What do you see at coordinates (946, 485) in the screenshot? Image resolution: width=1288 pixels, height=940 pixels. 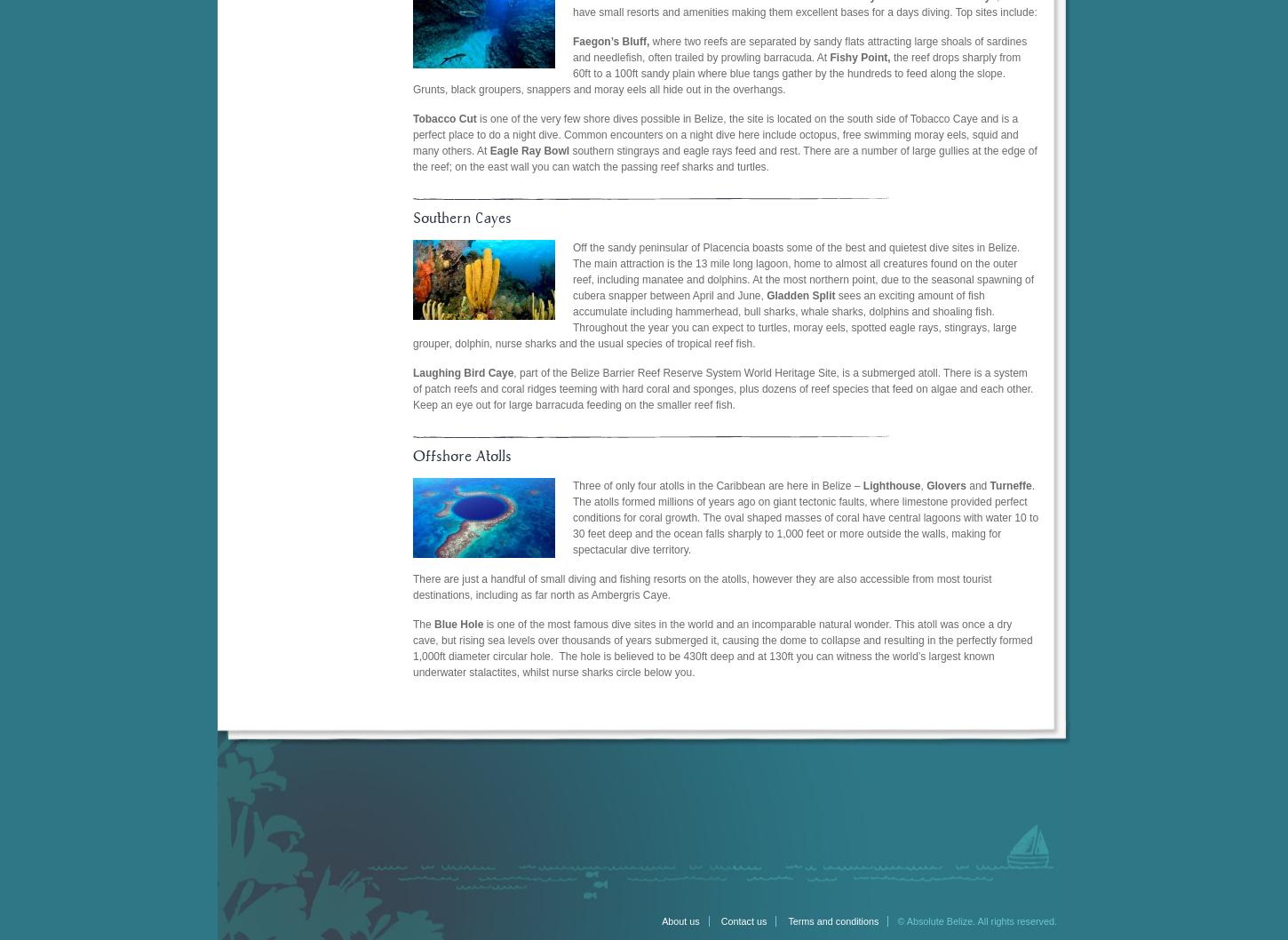 I see `'Glovers'` at bounding box center [946, 485].